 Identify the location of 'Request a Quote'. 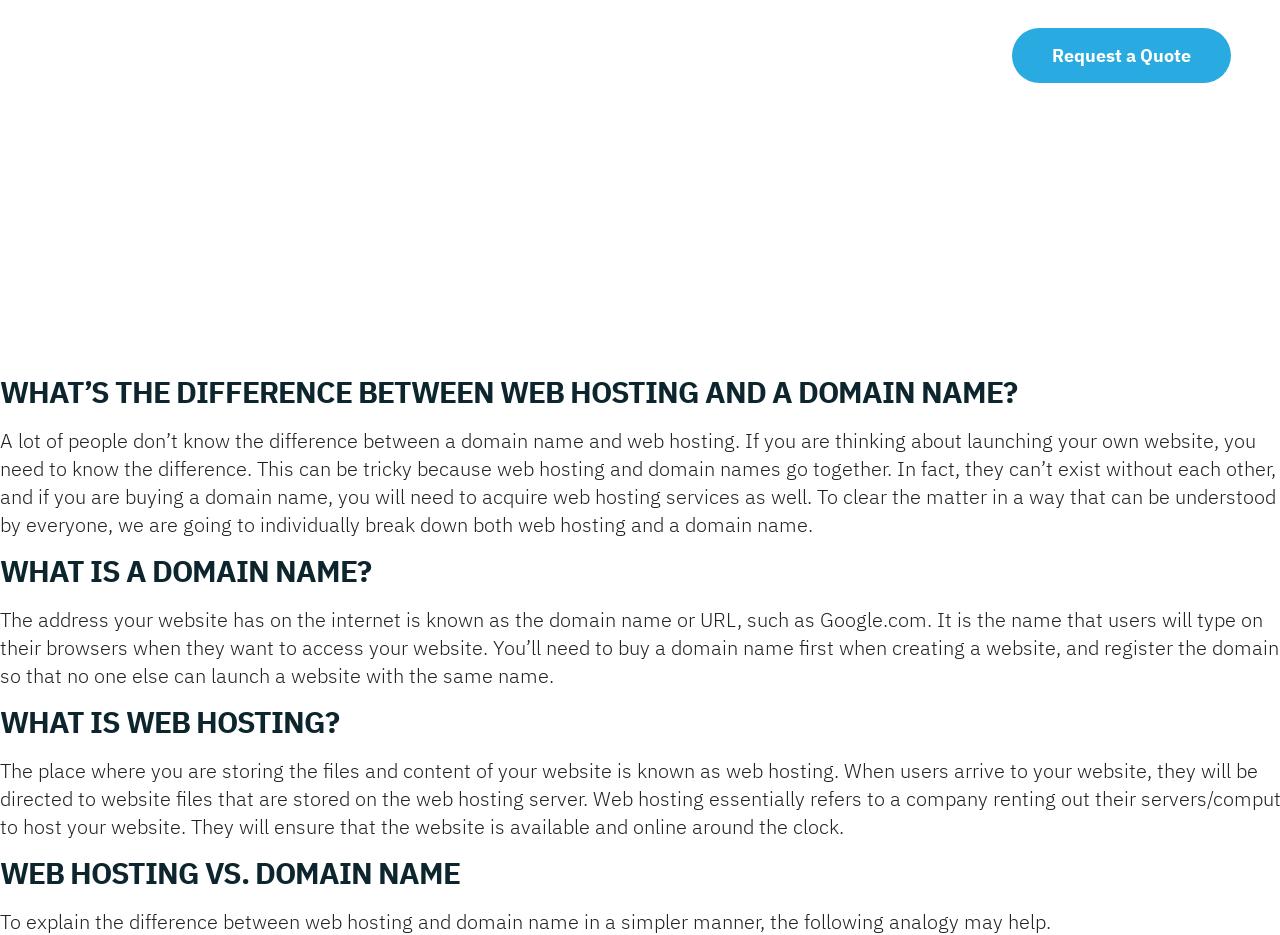
(1121, 55).